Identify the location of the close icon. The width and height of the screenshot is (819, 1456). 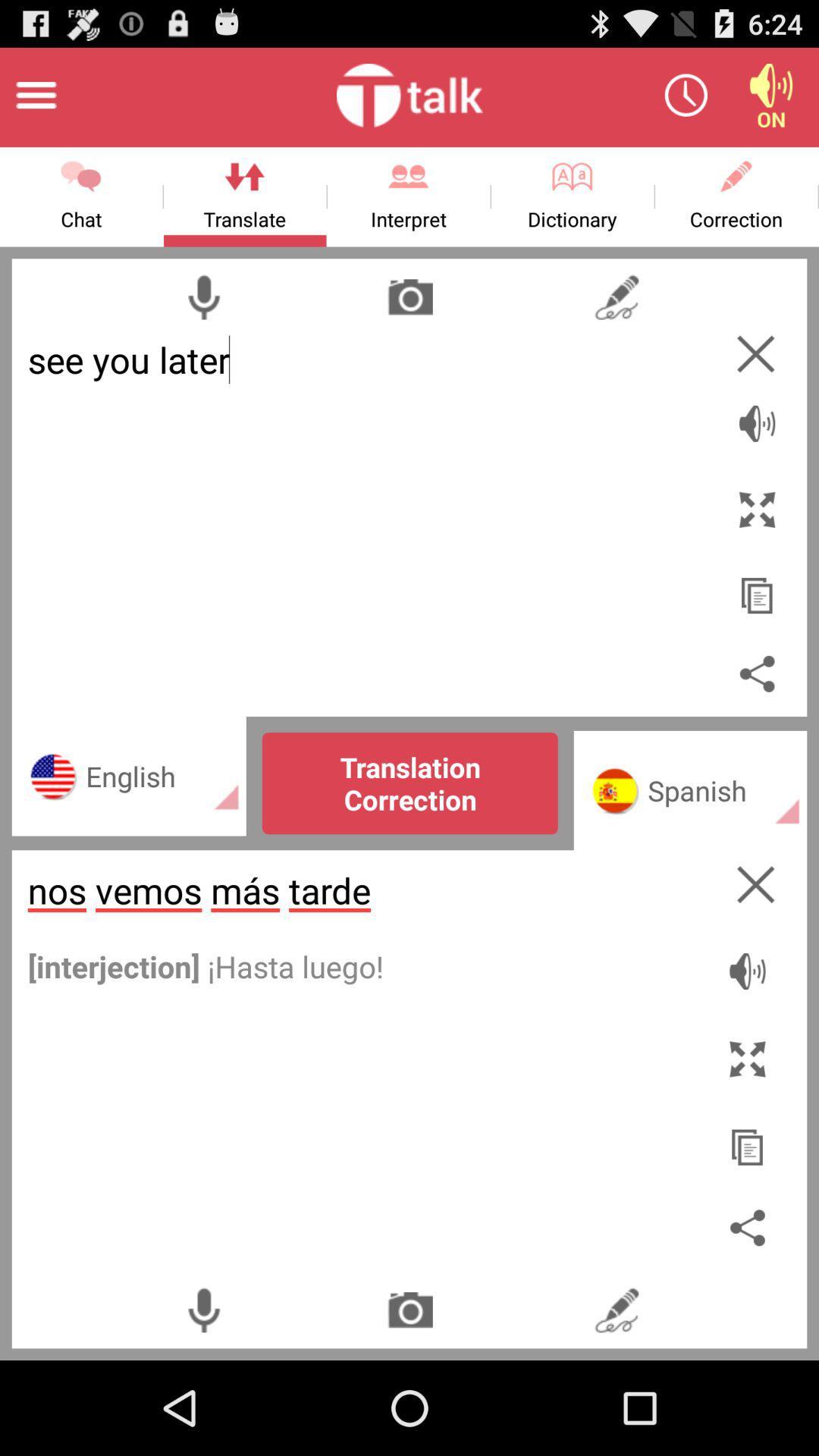
(755, 378).